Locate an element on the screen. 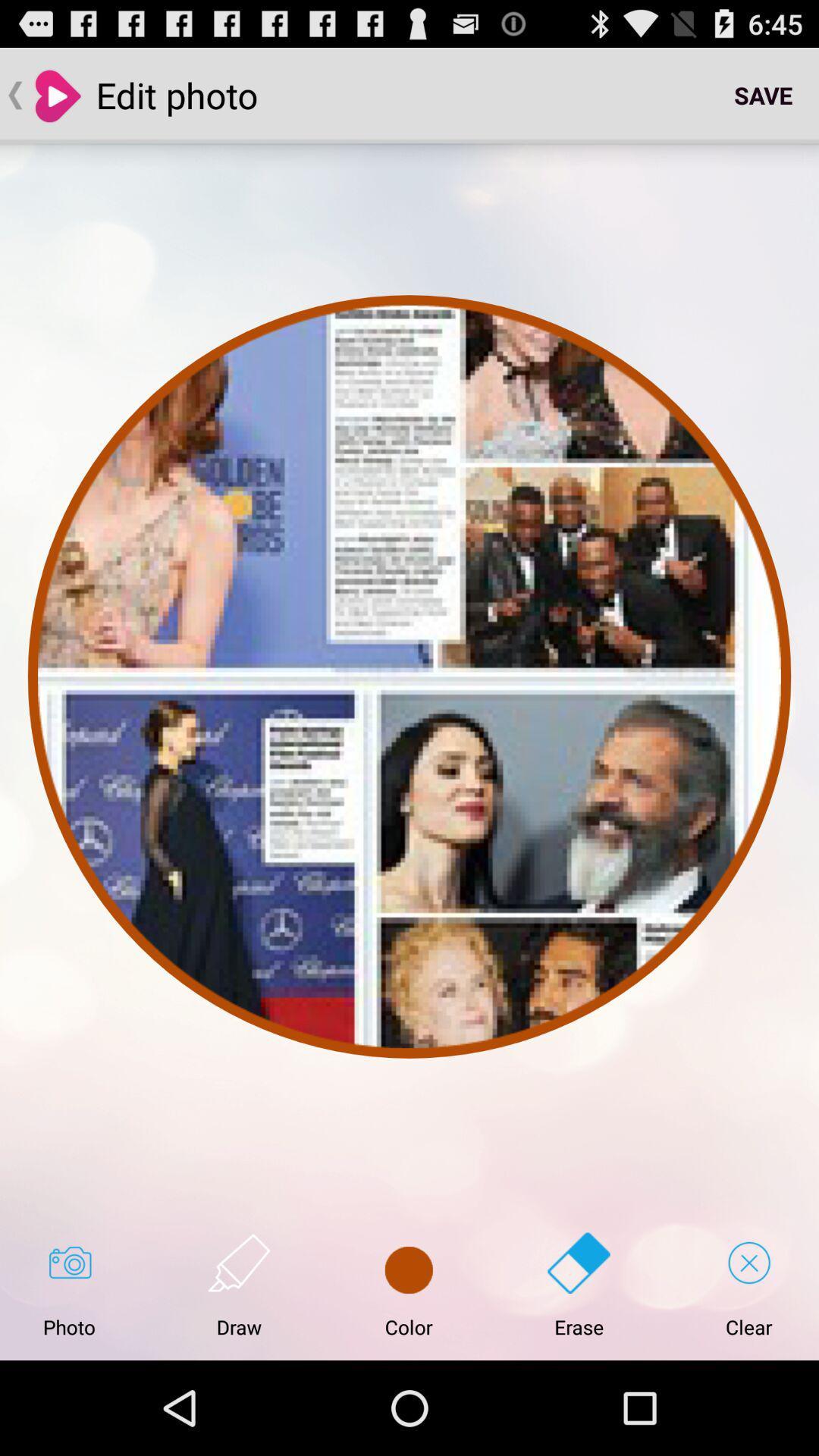 The image size is (819, 1456). button next to the clear icon is located at coordinates (579, 1285).